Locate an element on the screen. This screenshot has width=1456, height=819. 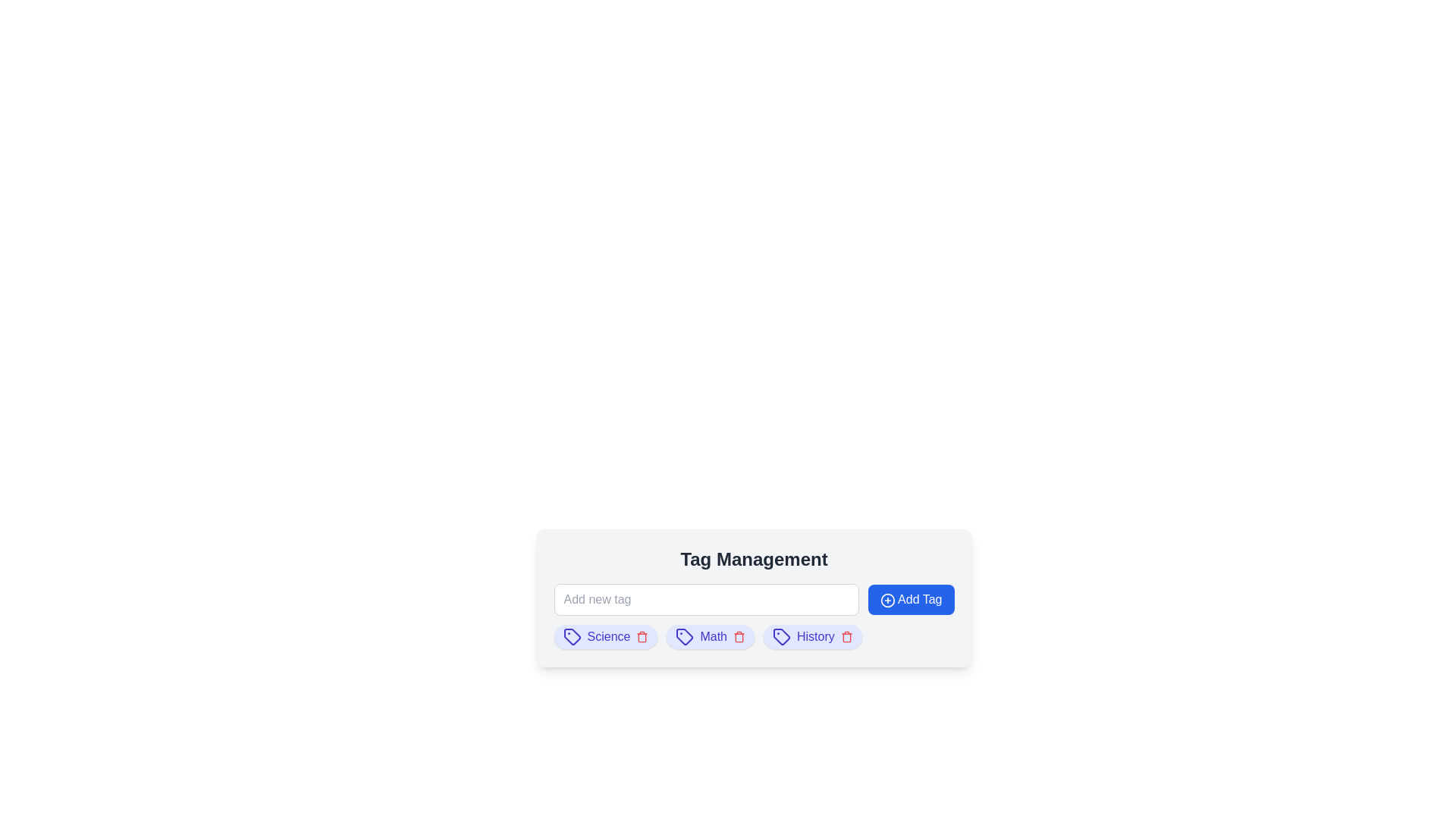
the 'Math' tag button, which is a rounded rectangle button with indigo text and a light indigo background, located in the bottom center of the interface between 'Science' and 'History' is located at coordinates (710, 637).